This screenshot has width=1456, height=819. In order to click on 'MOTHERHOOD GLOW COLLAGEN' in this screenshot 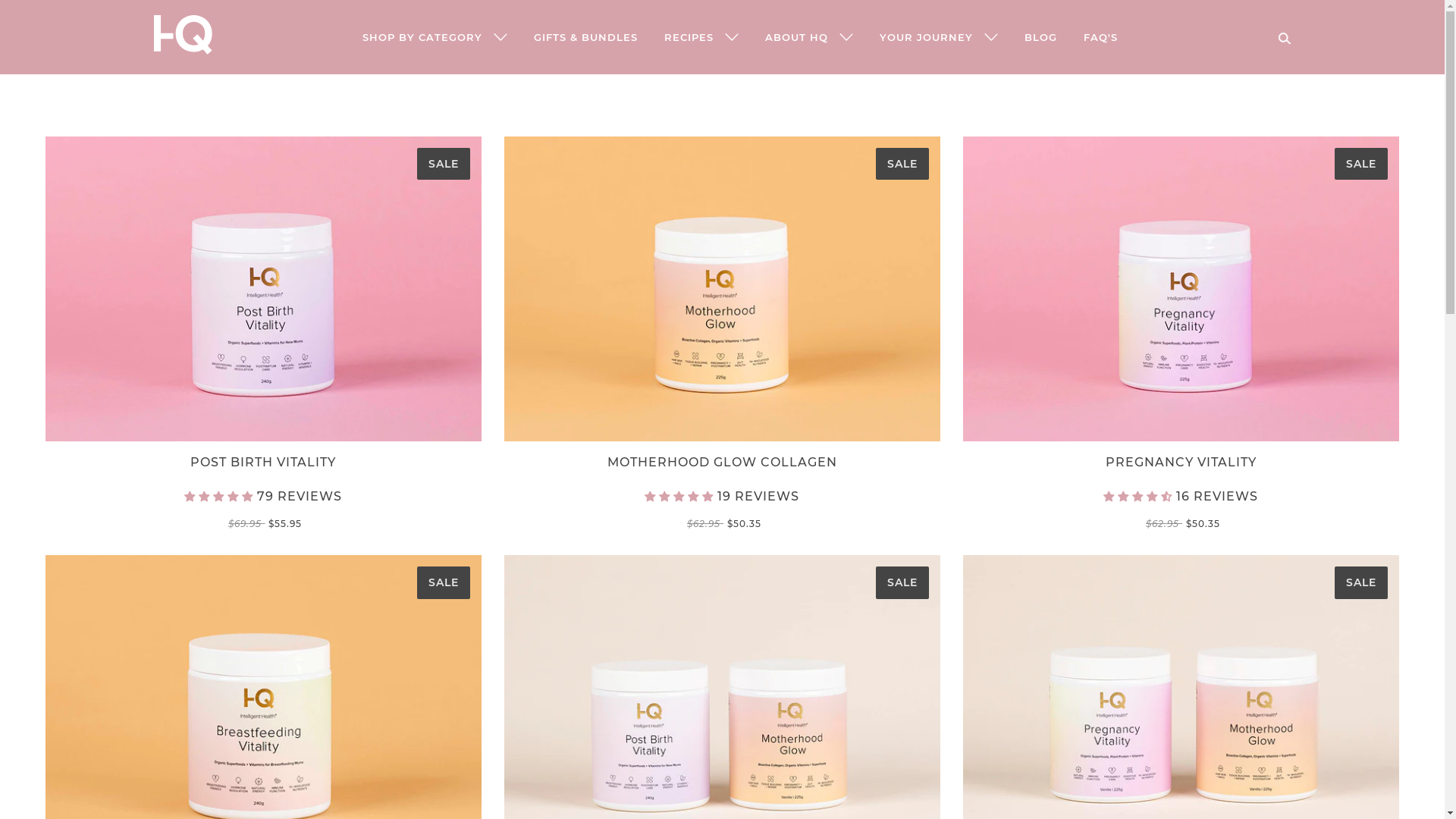, I will do `click(721, 465)`.